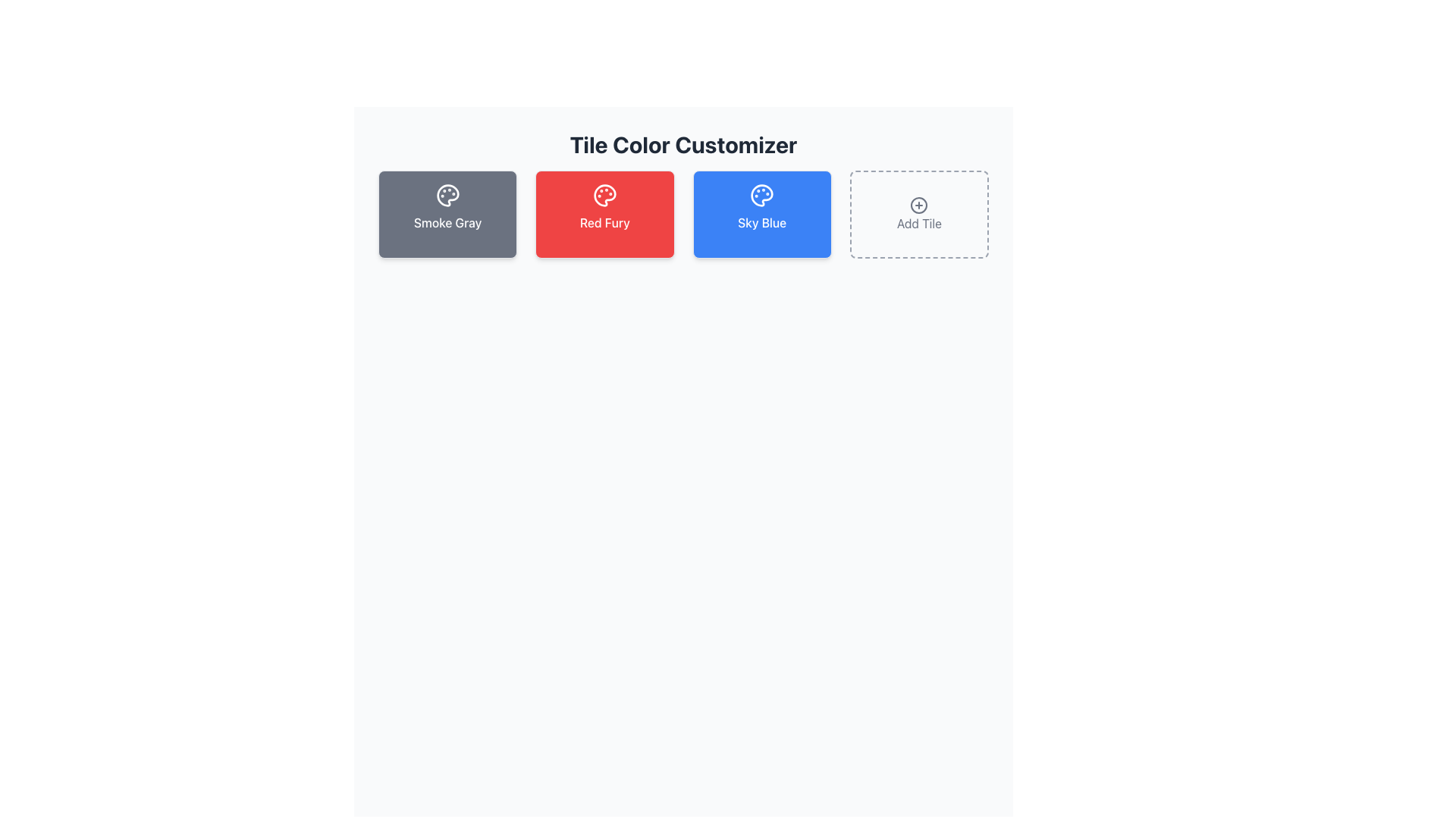 The image size is (1456, 819). Describe the element at coordinates (762, 195) in the screenshot. I see `the decorative icon representing the 'Sky Blue' tile in the tile selection interface` at that location.